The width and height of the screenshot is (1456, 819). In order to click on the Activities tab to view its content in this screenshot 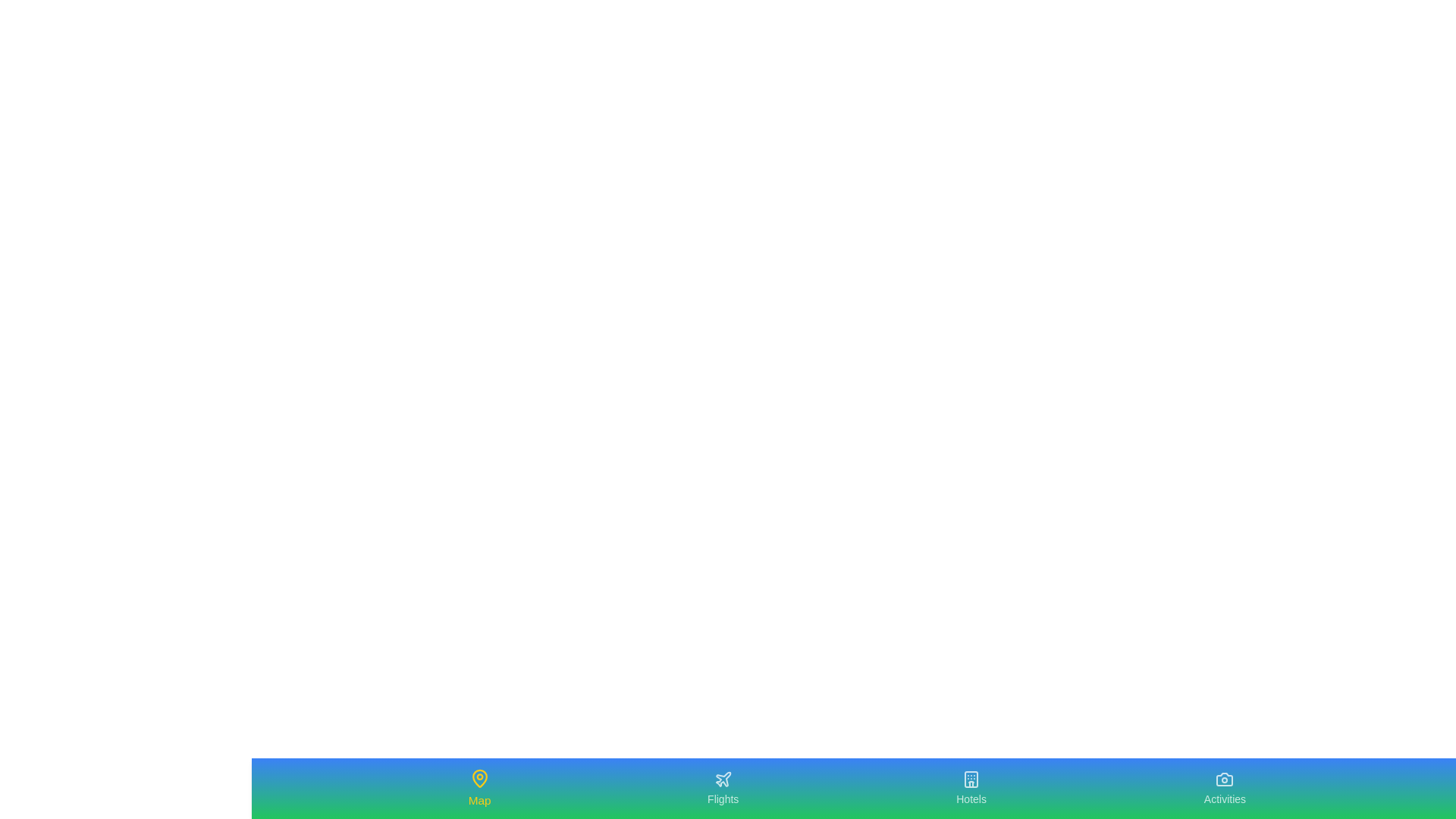, I will do `click(1224, 788)`.